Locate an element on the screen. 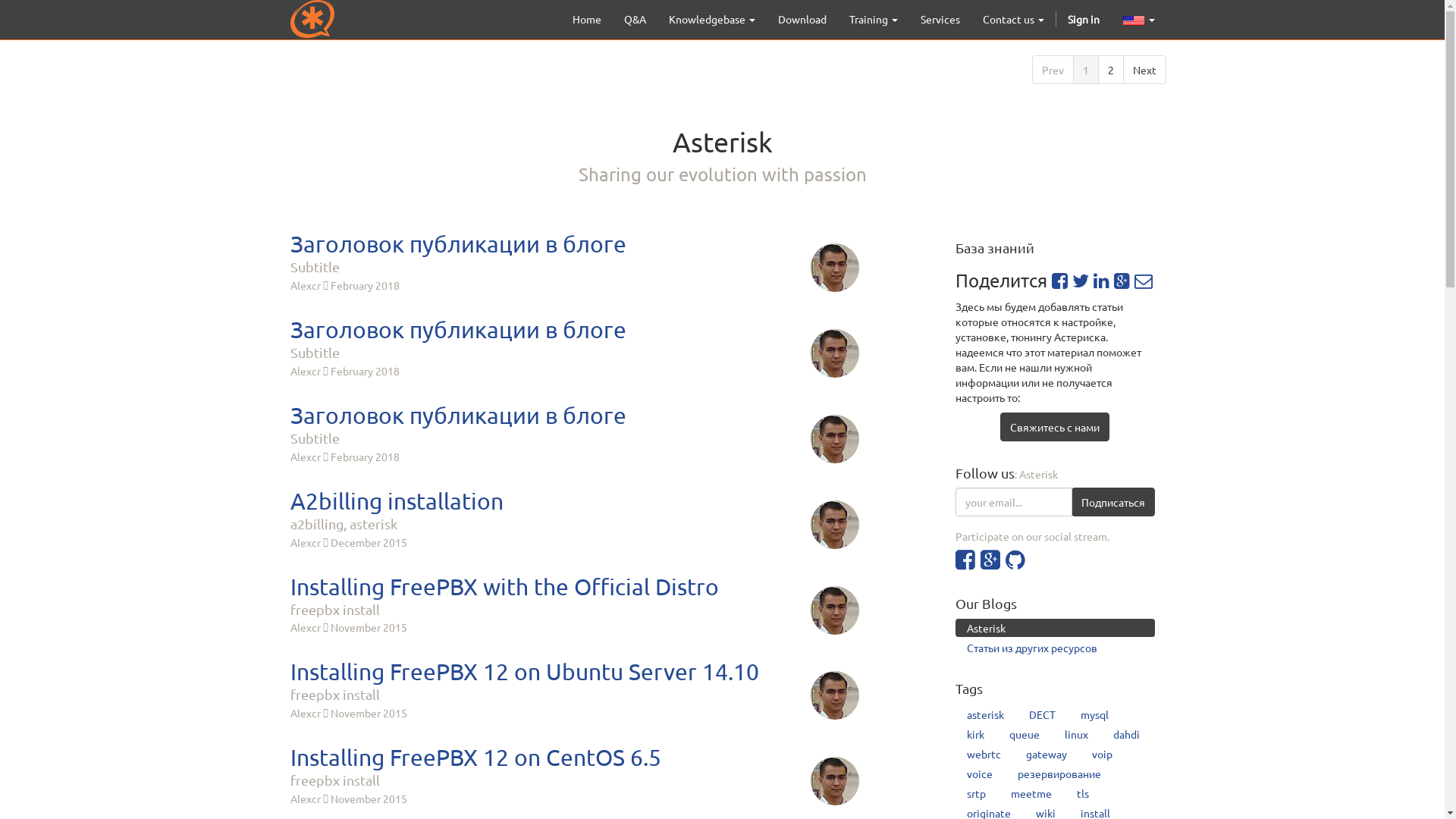  'DECT' is located at coordinates (1041, 714).